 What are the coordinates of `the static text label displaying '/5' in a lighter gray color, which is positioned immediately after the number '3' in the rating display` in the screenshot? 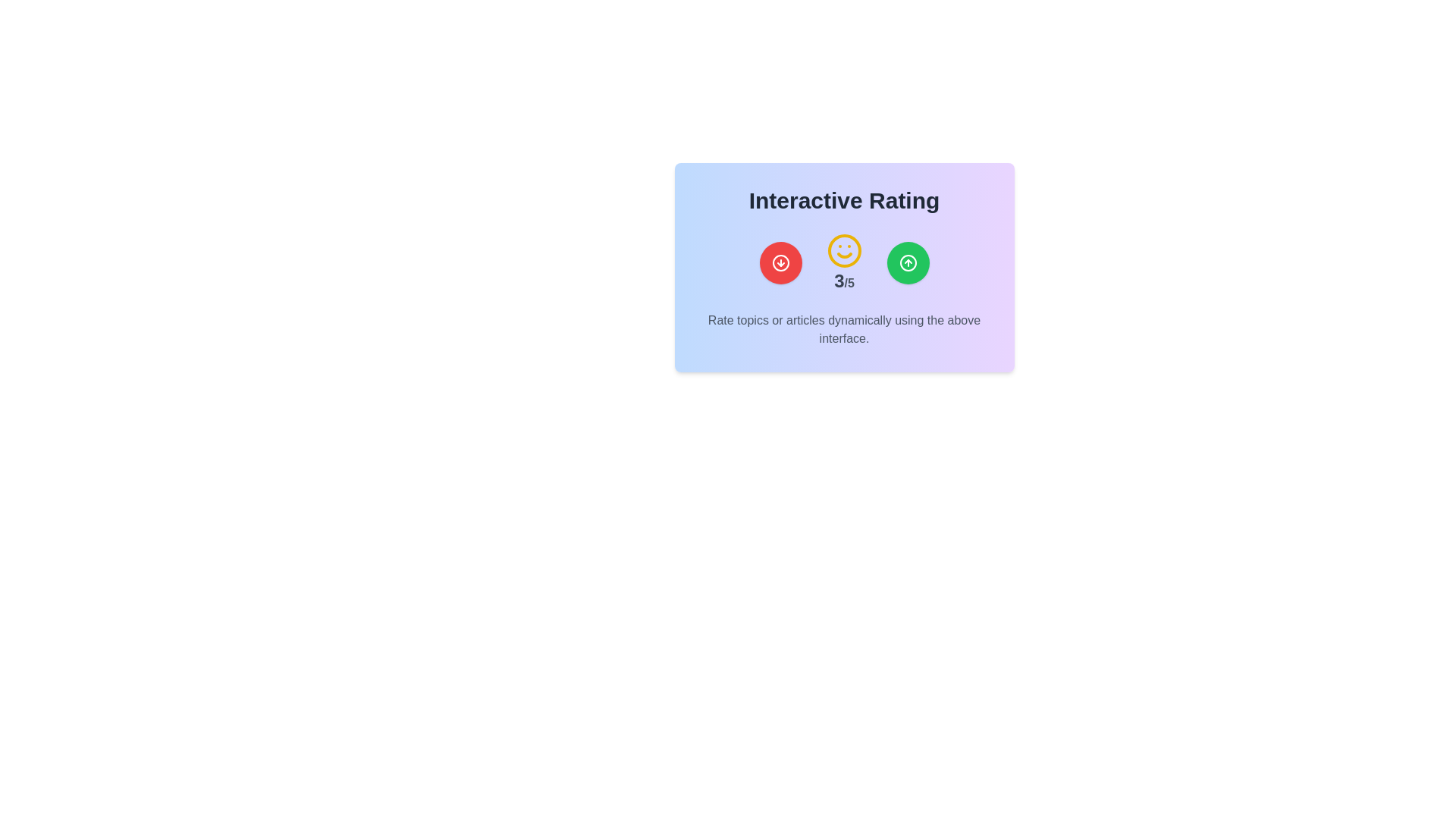 It's located at (849, 283).